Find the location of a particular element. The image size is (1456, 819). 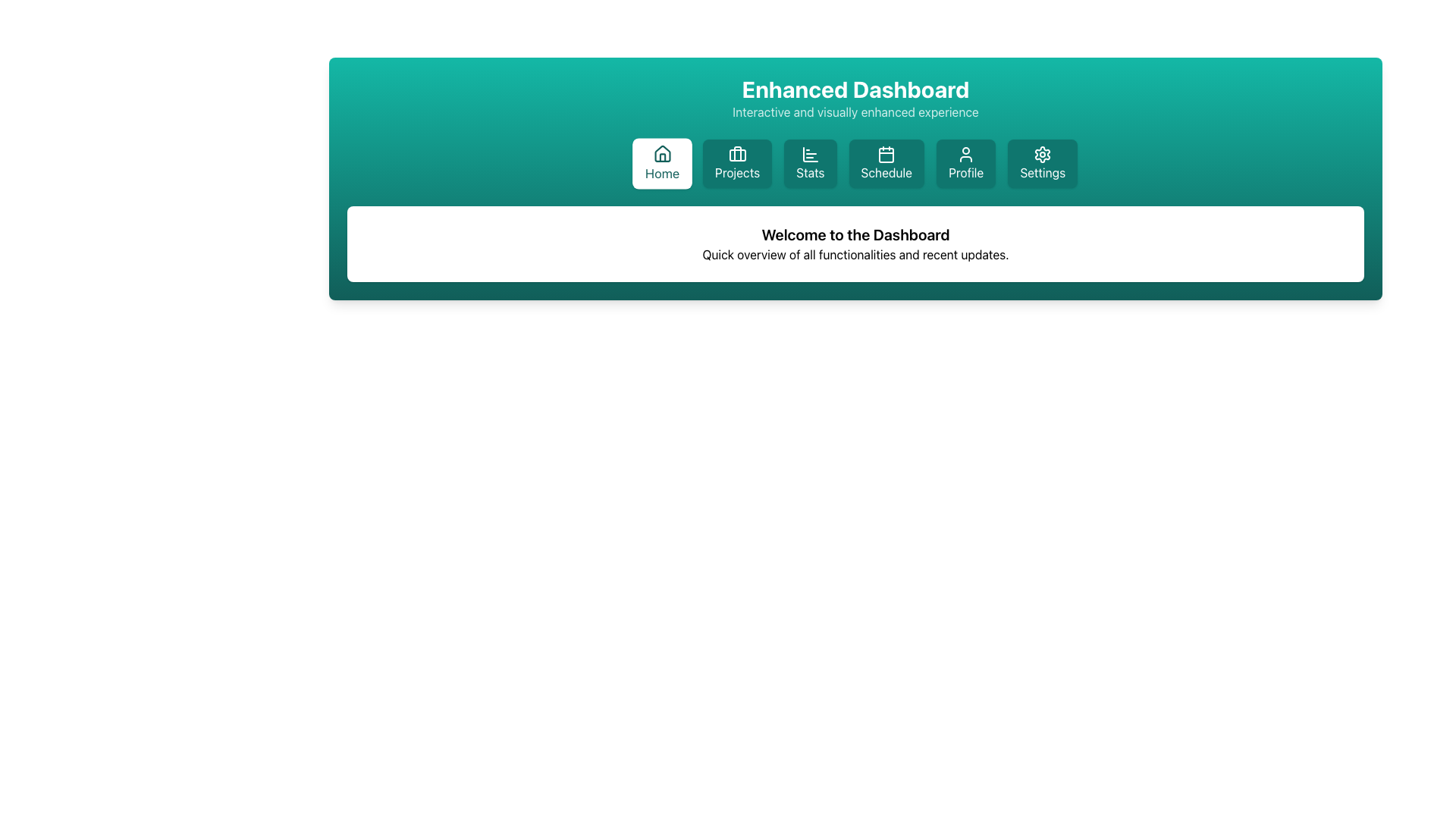

the Projects button, which contains the briefcase icon, by targeting the vertical line in the center of the icon is located at coordinates (737, 154).